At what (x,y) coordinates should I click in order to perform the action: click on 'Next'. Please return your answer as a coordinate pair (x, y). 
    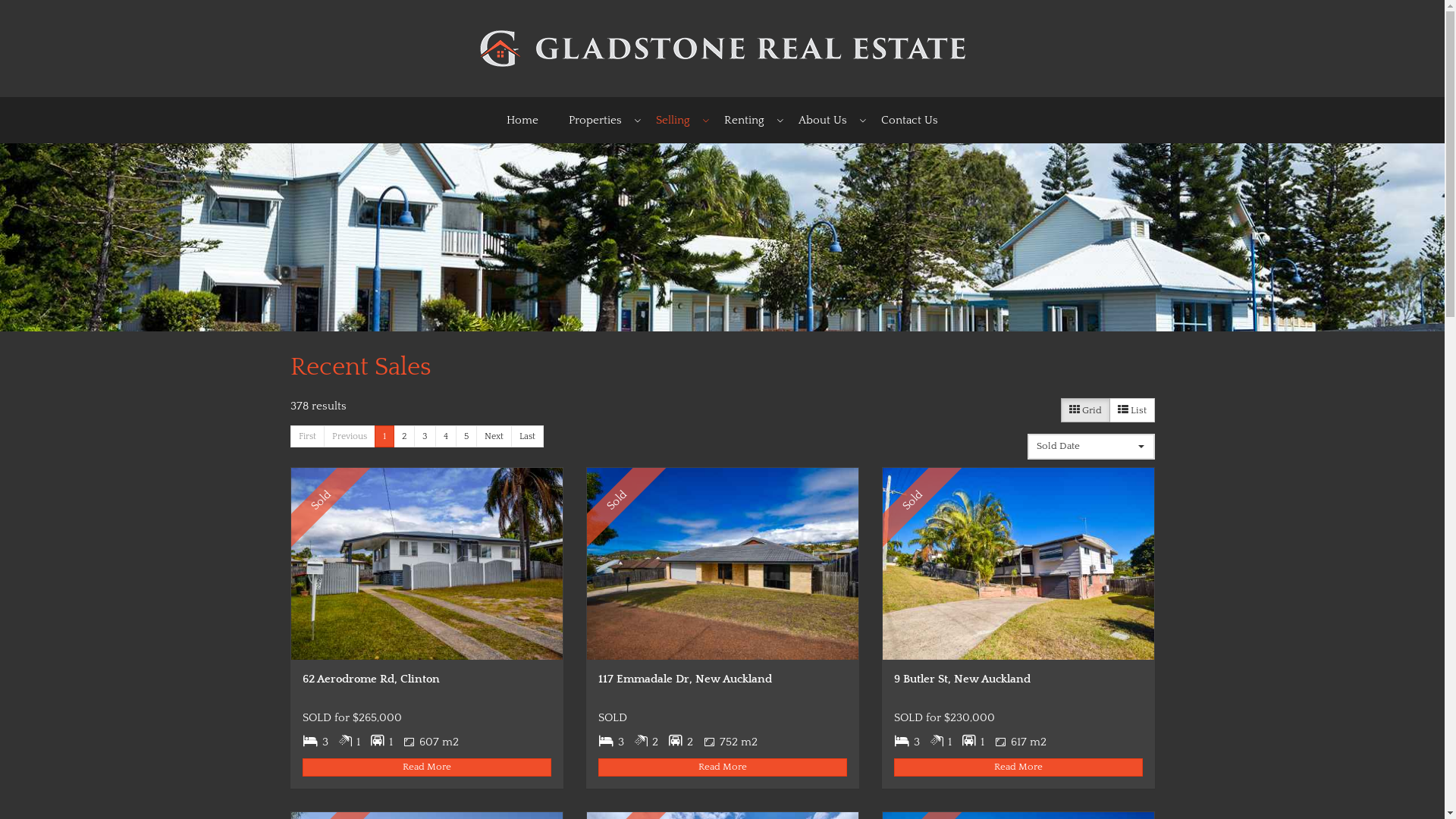
    Looking at the image, I should click on (475, 436).